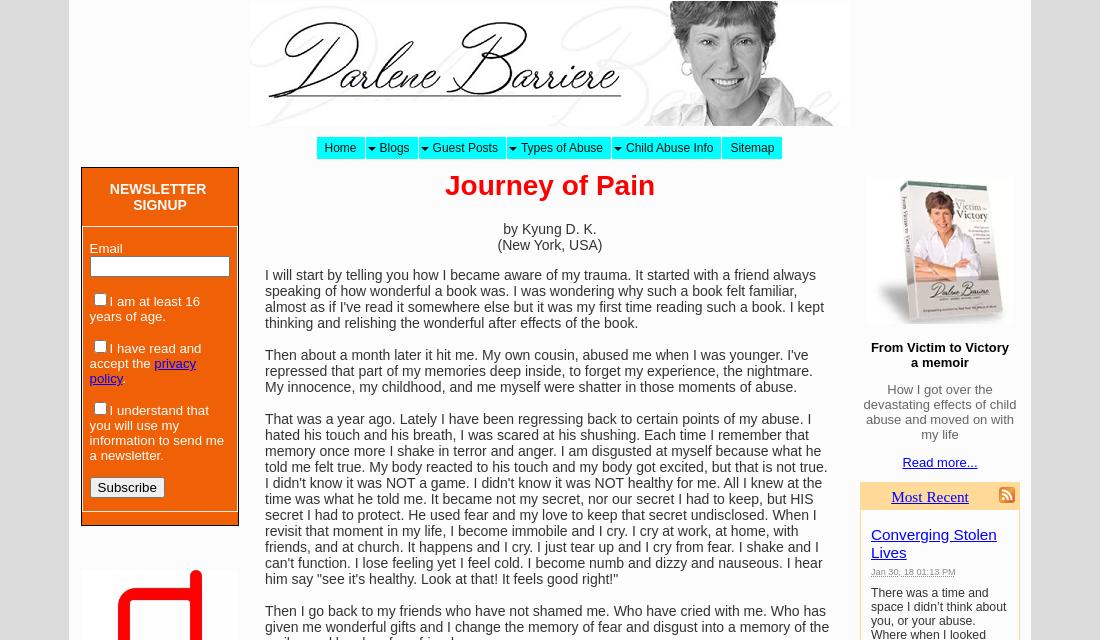 This screenshot has width=1100, height=640. I want to click on 'How I got over the devastating effects of child abuse and moved on with my life', so click(861, 411).